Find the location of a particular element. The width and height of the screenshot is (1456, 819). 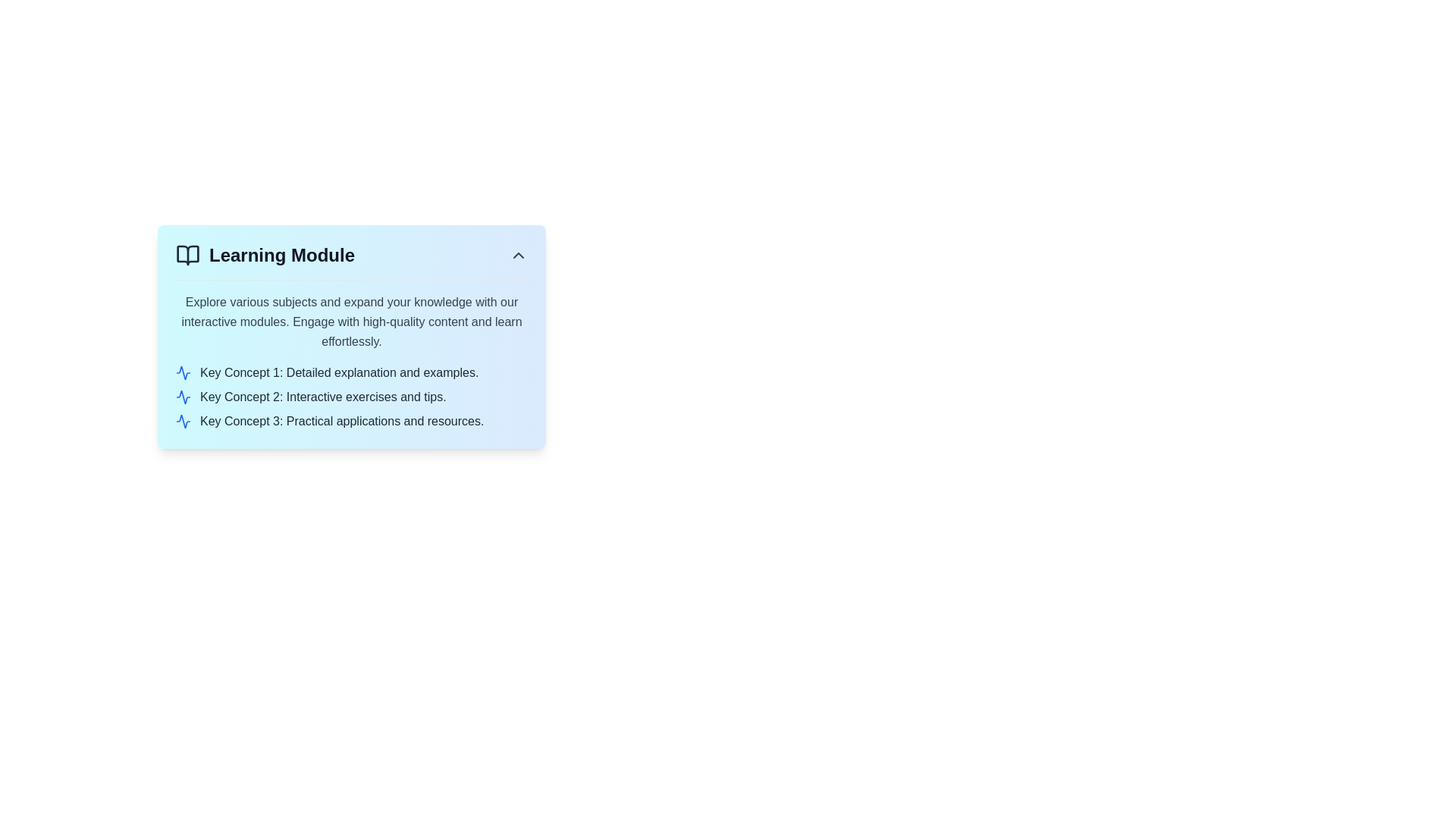

the list item labeled 'Key Concept 2: Interactive exercises and tips' which includes a blue icon, positioned within the 'Learning Module' below 'Key Concept 1' and above 'Key Concept 3' is located at coordinates (351, 397).